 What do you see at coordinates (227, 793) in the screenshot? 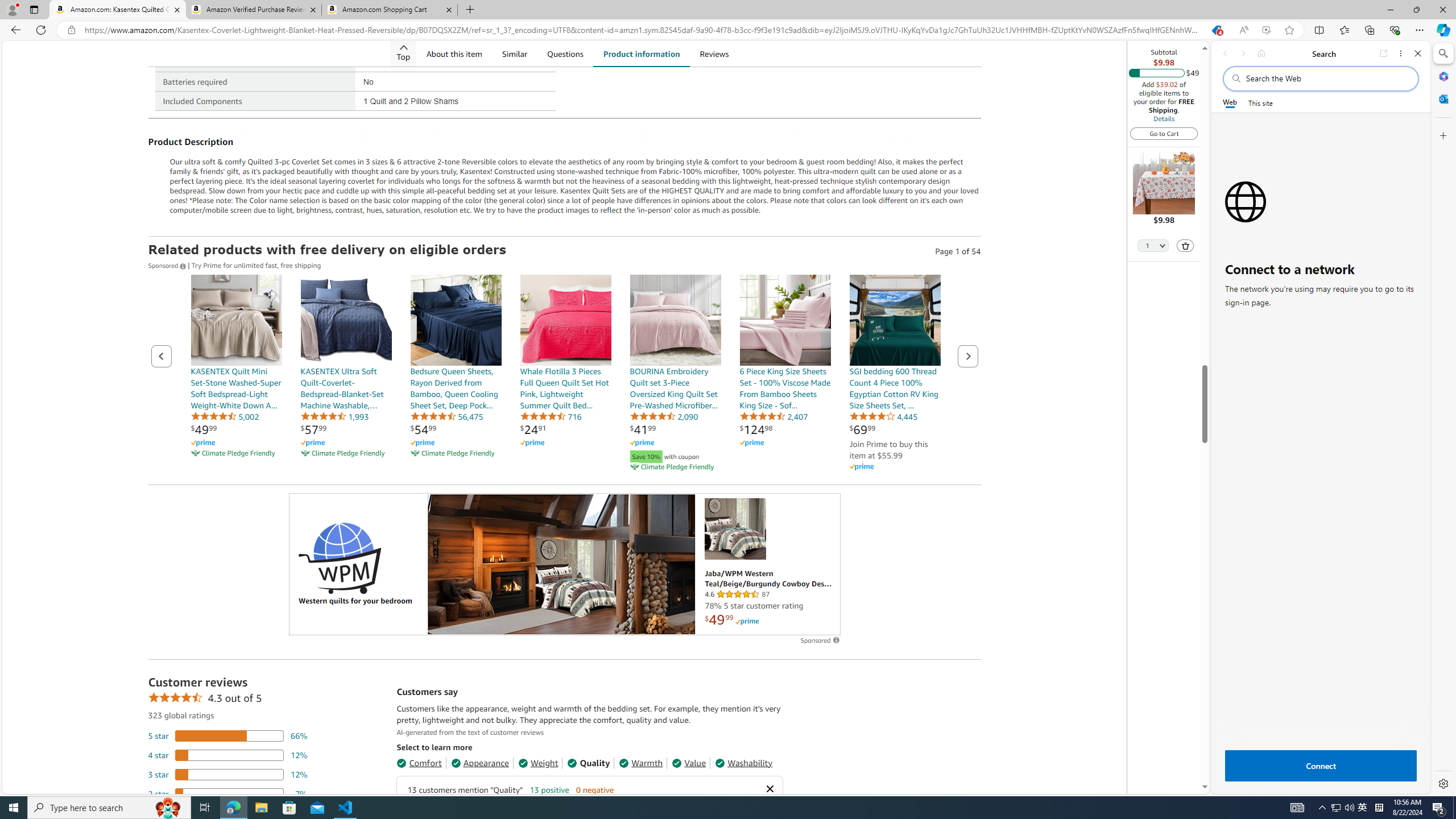
I see `'7 percent of reviews have 2 stars'` at bounding box center [227, 793].